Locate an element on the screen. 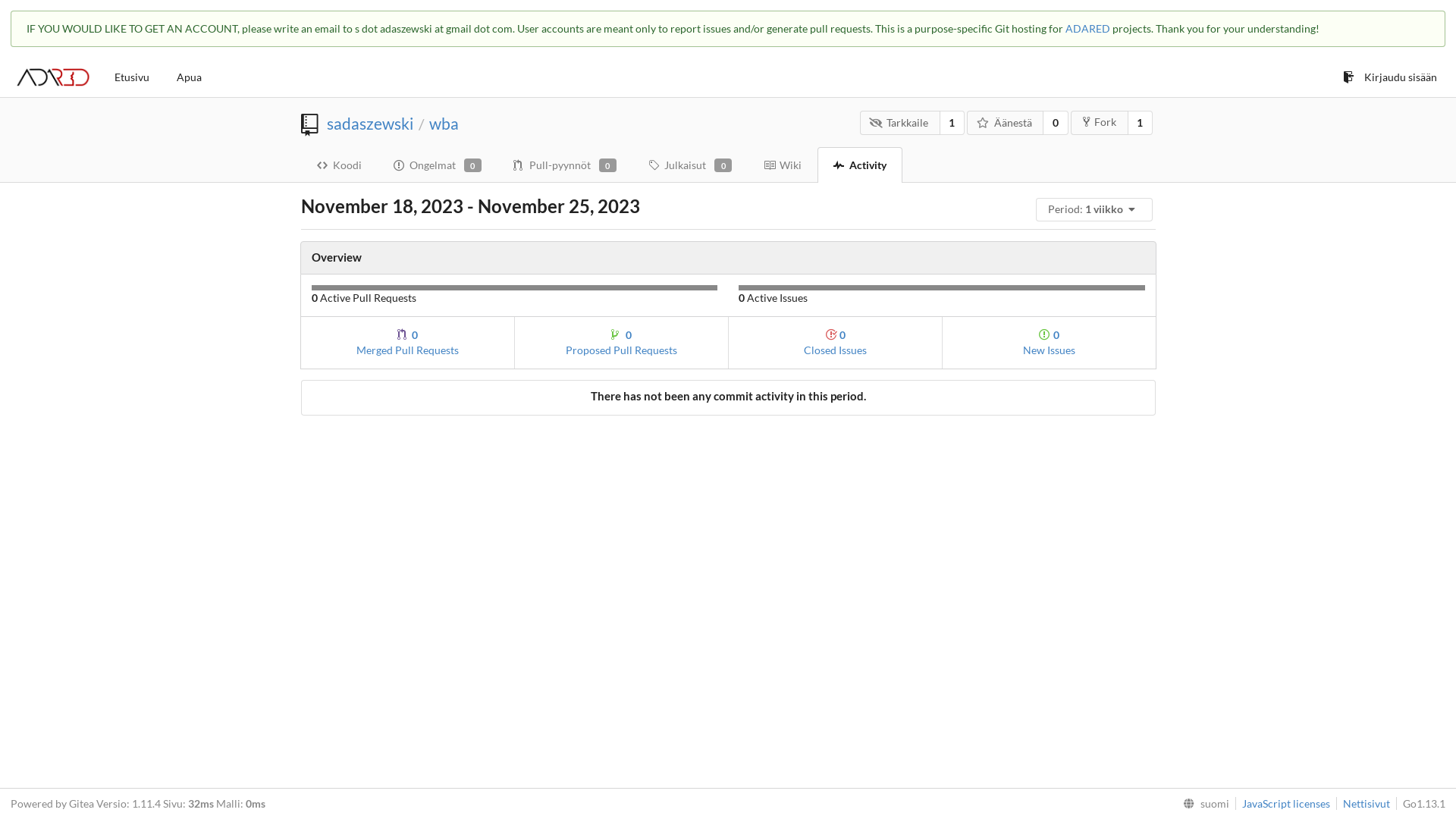 The height and width of the screenshot is (819, 1456). '0 is located at coordinates (406, 342).